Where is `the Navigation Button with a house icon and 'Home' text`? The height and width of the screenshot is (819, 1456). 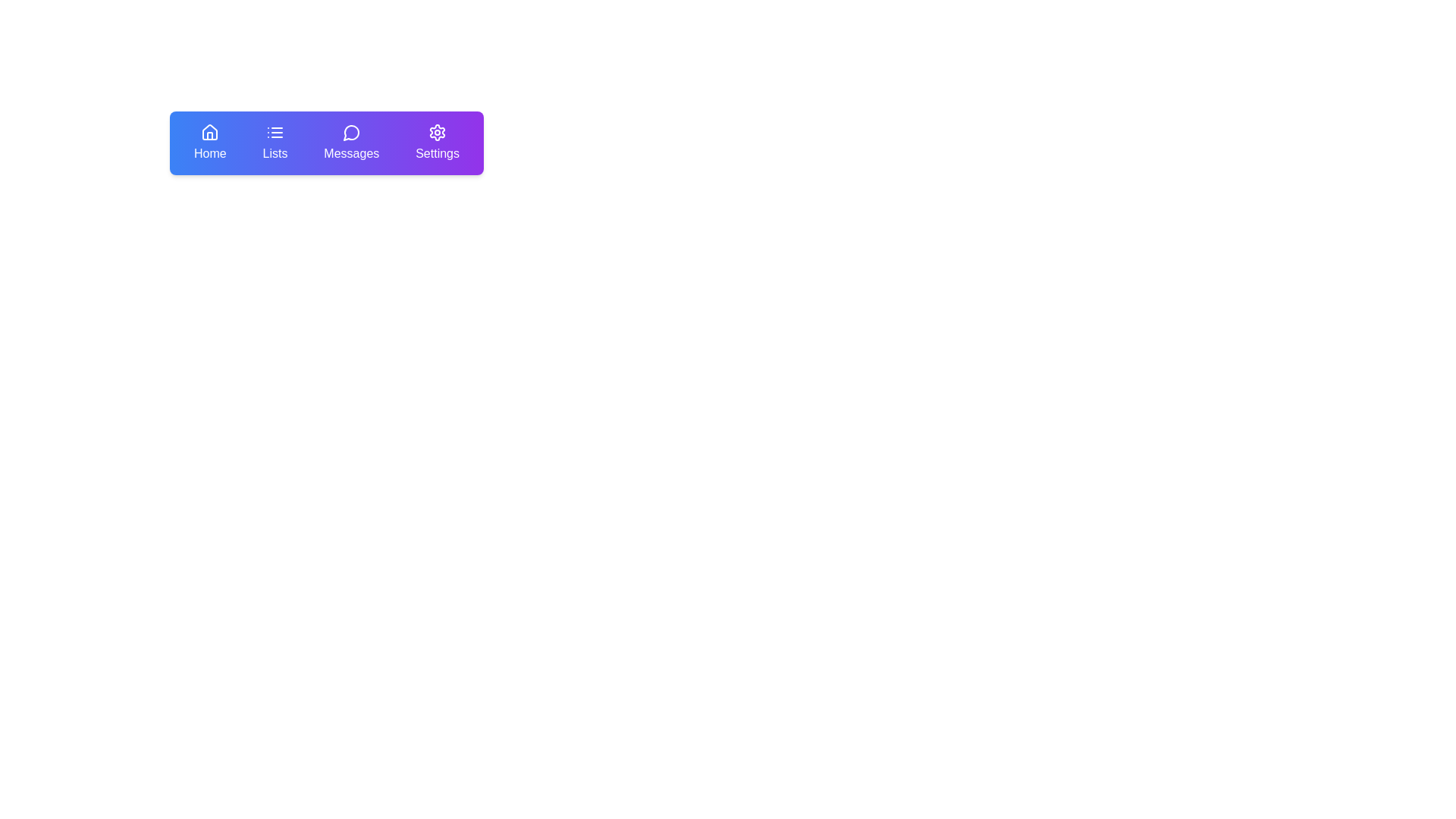
the Navigation Button with a house icon and 'Home' text is located at coordinates (209, 143).